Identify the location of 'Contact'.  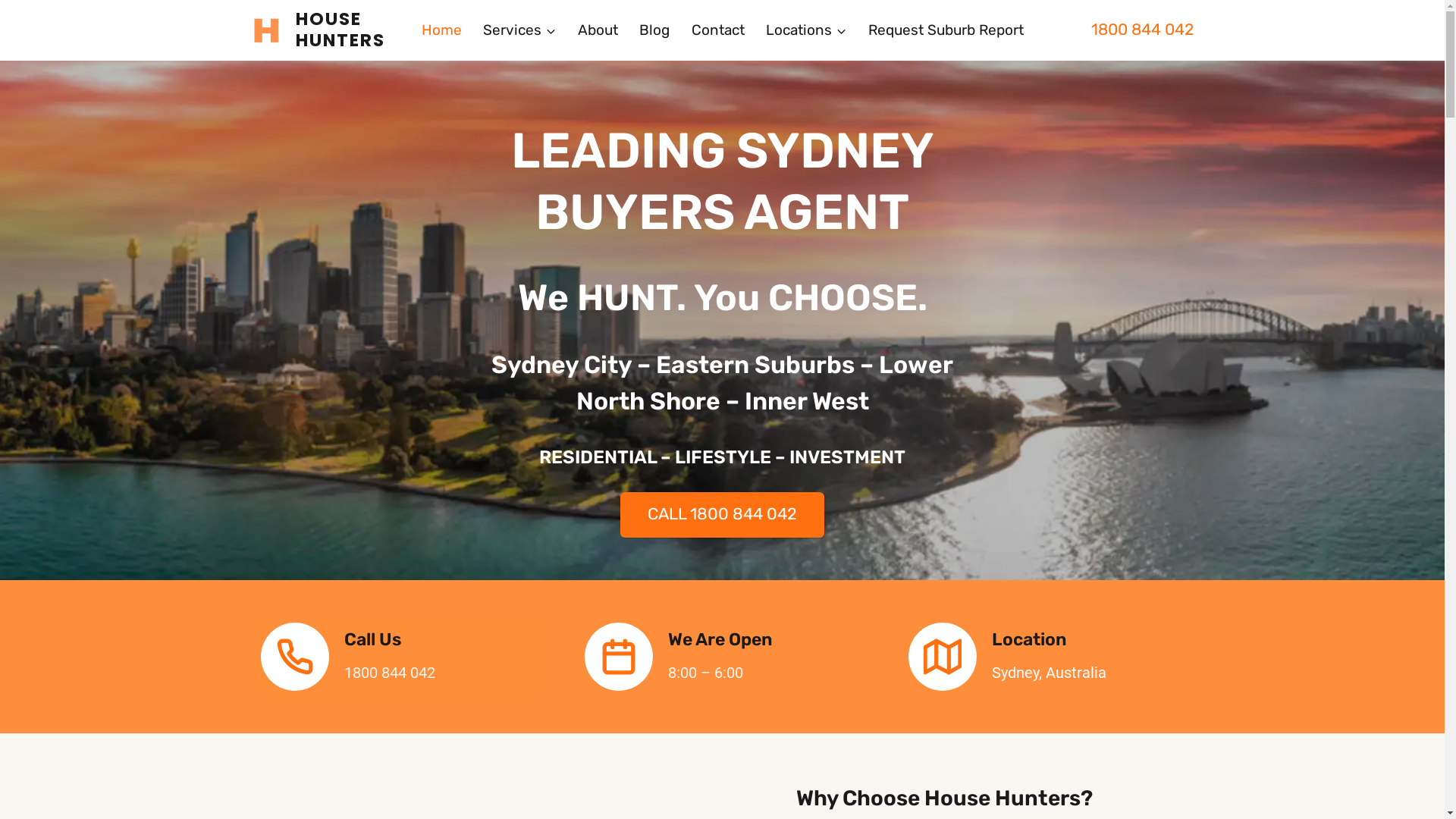
(717, 30).